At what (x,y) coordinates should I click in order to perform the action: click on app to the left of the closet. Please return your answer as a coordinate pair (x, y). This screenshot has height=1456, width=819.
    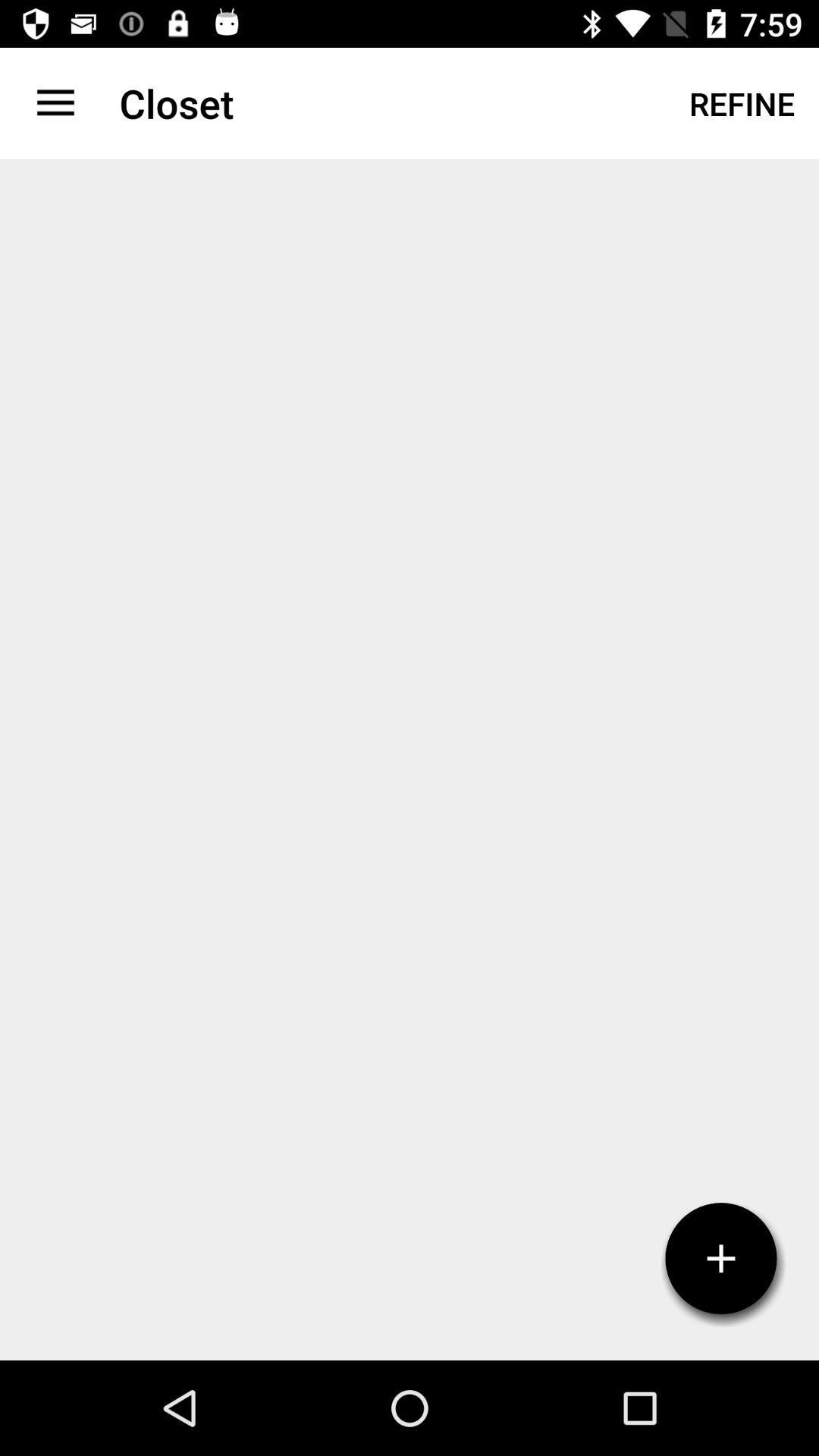
    Looking at the image, I should click on (55, 102).